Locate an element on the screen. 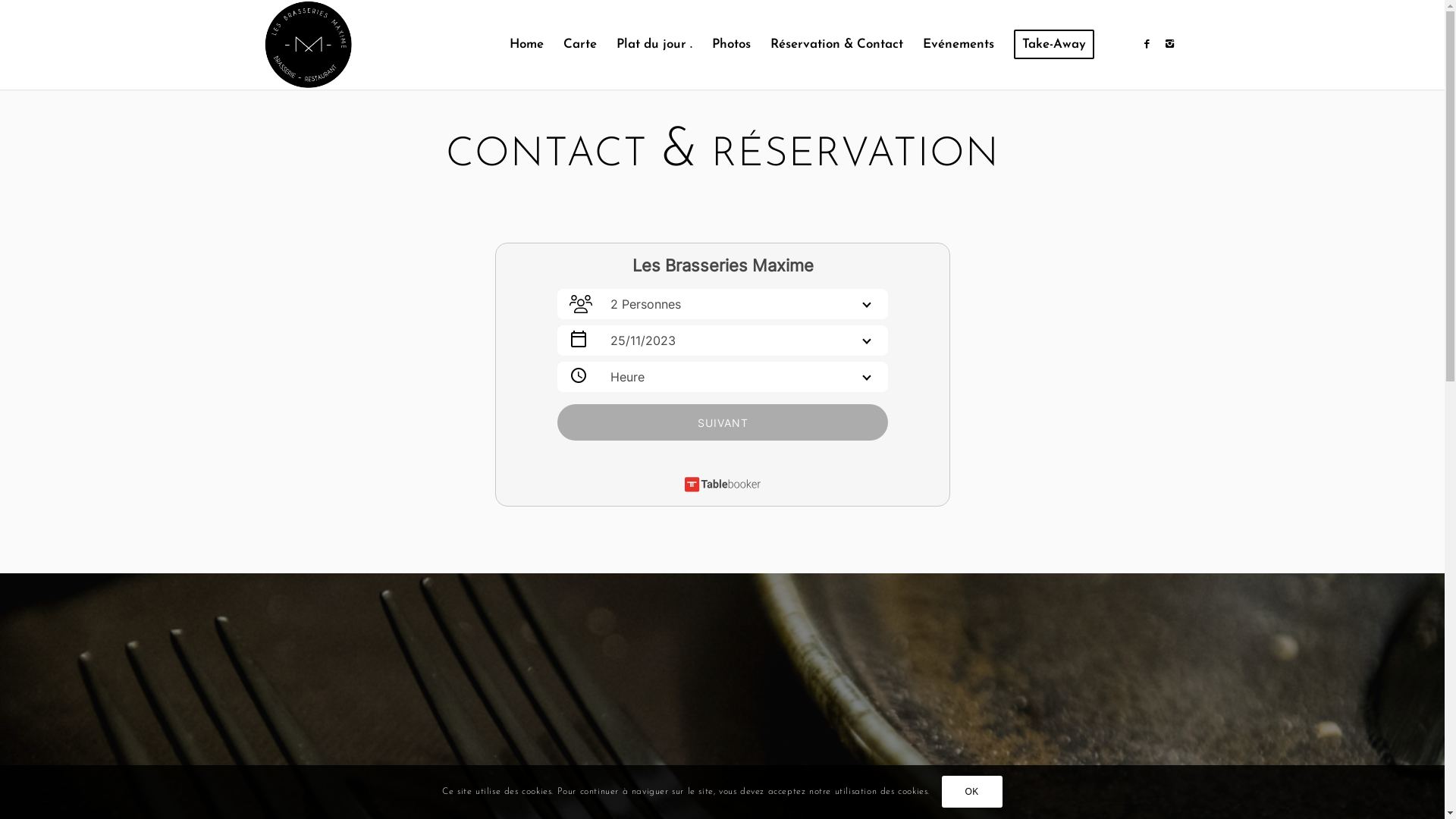 This screenshot has width=1456, height=819. 'Take-Away' is located at coordinates (1004, 43).